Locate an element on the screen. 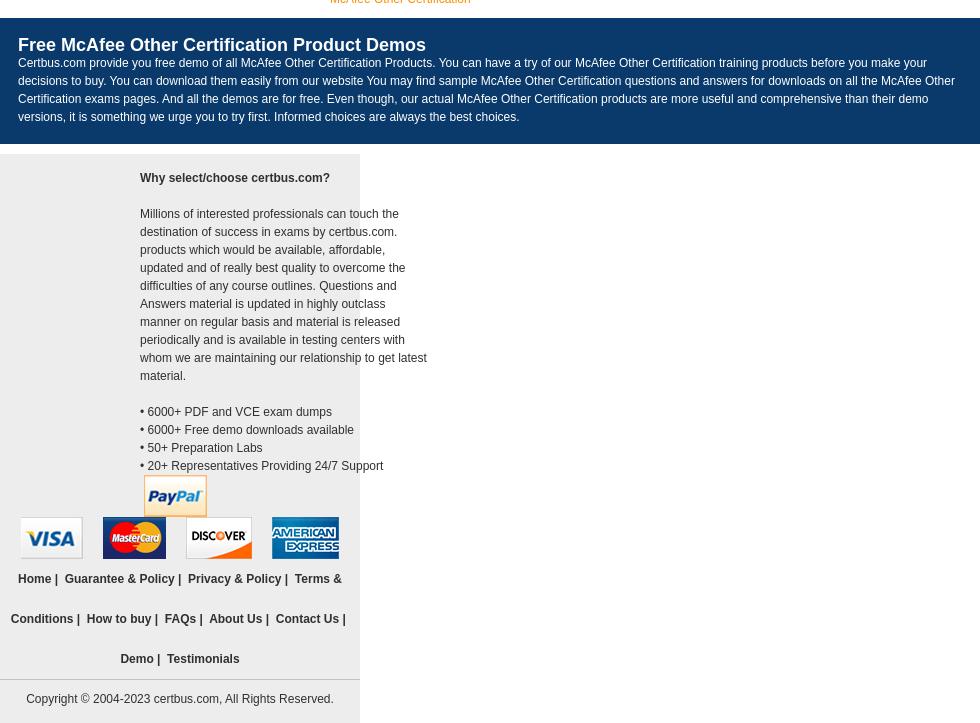 Image resolution: width=980 pixels, height=723 pixels. 'How to buy' is located at coordinates (118, 619).